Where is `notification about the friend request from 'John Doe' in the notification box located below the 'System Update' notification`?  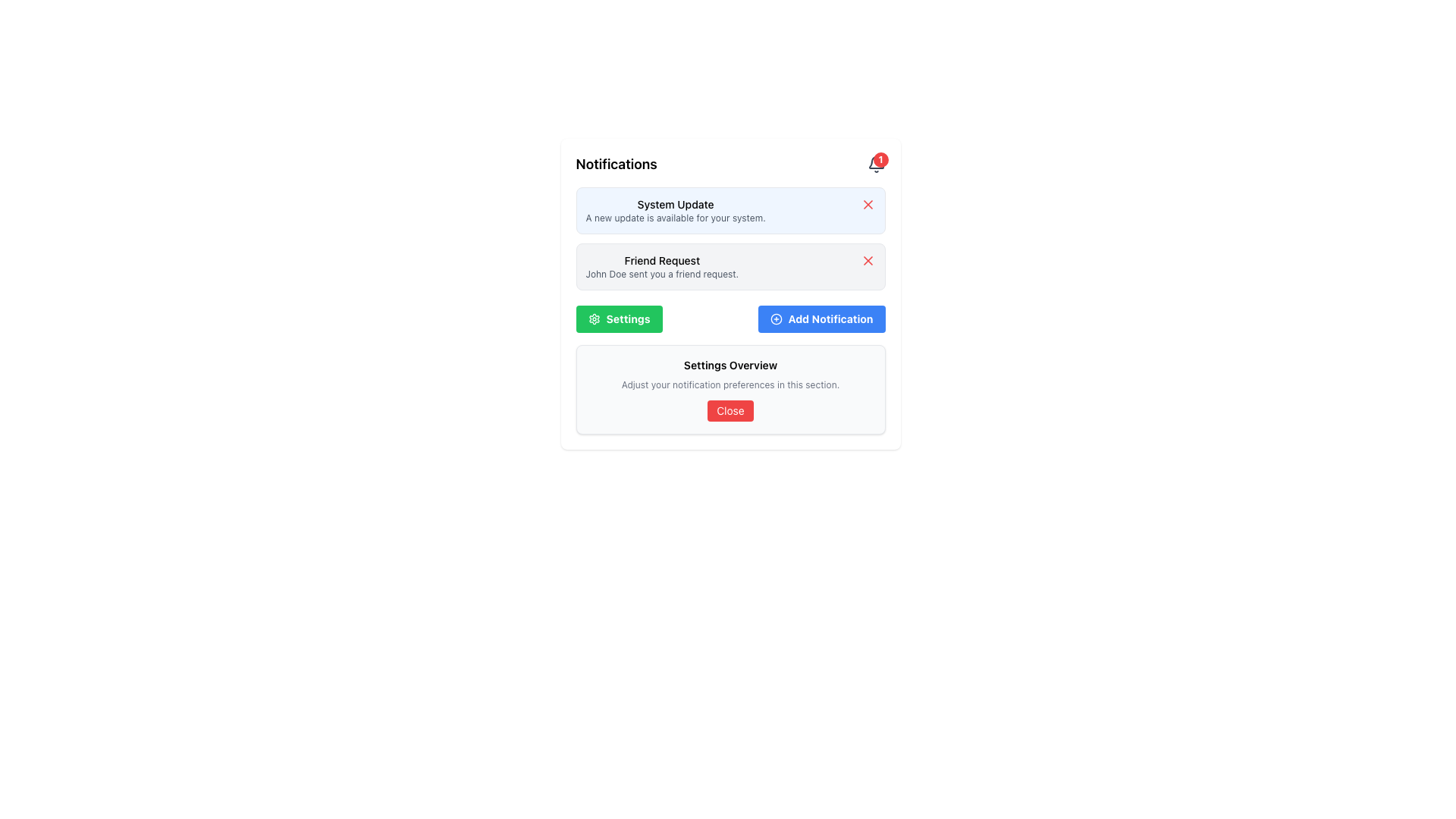 notification about the friend request from 'John Doe' in the notification box located below the 'System Update' notification is located at coordinates (730, 265).